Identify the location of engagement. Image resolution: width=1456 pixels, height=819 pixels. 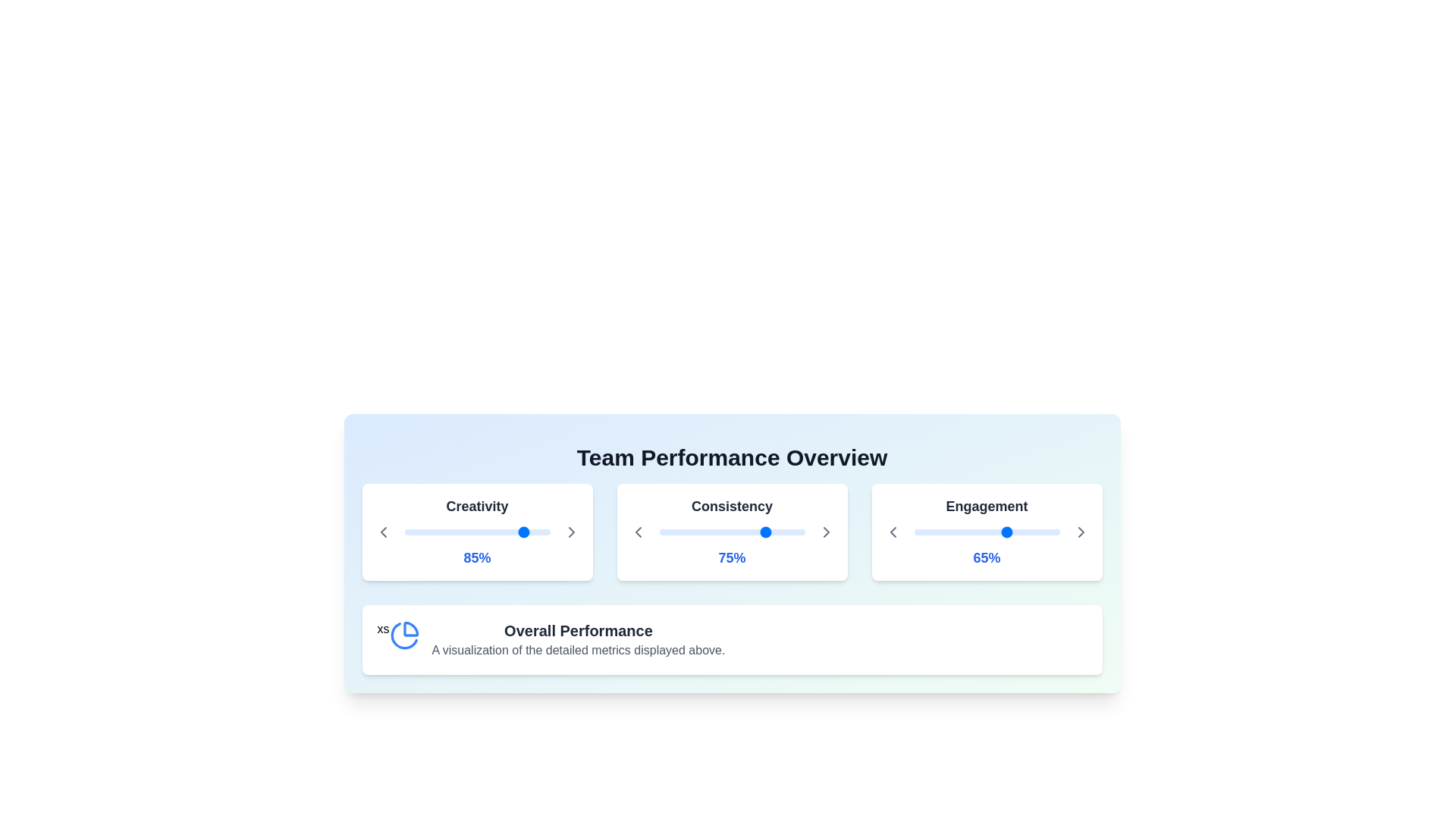
(948, 532).